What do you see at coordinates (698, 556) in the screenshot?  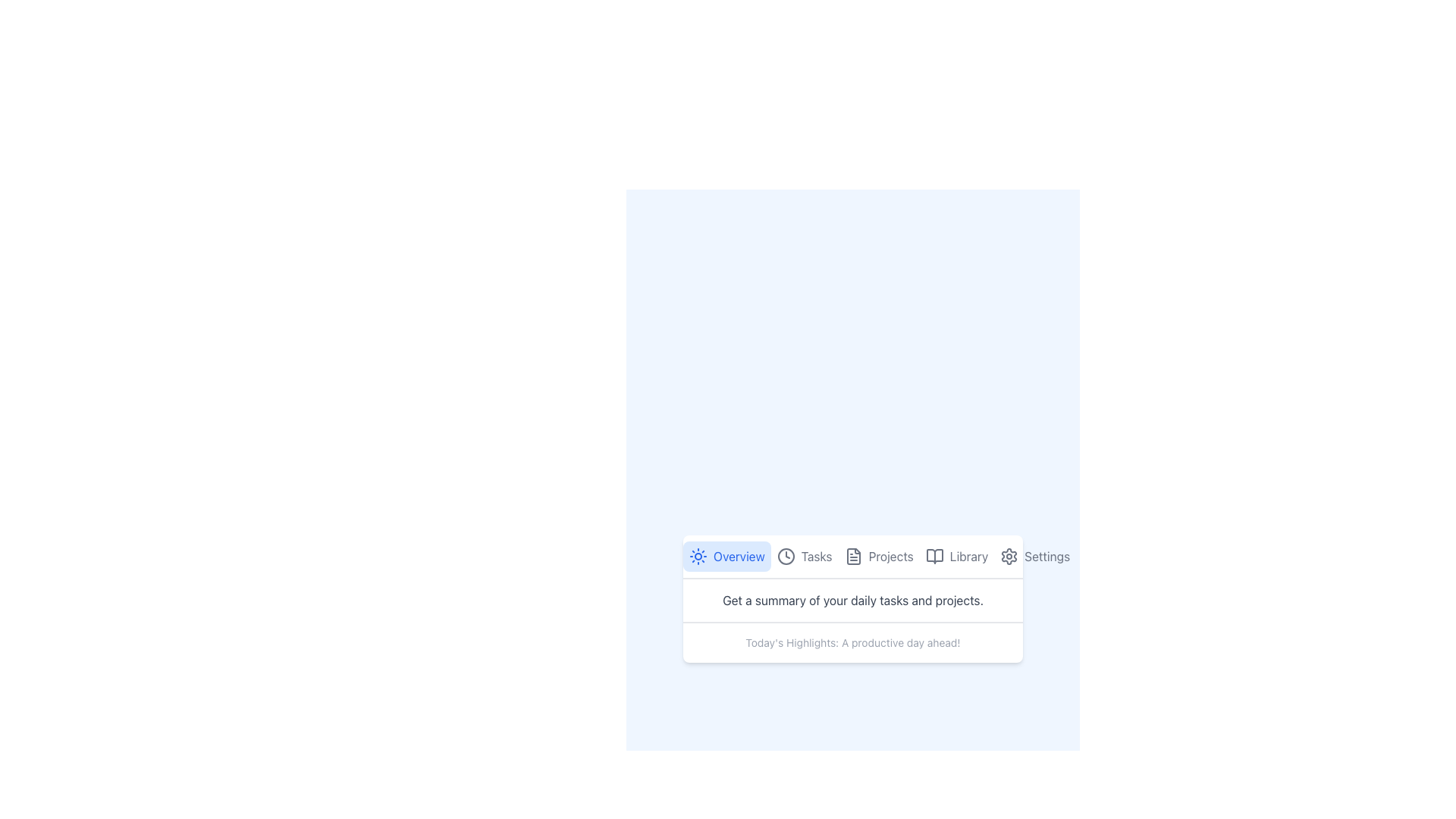 I see `the circular sun icon in the Overview section` at bounding box center [698, 556].